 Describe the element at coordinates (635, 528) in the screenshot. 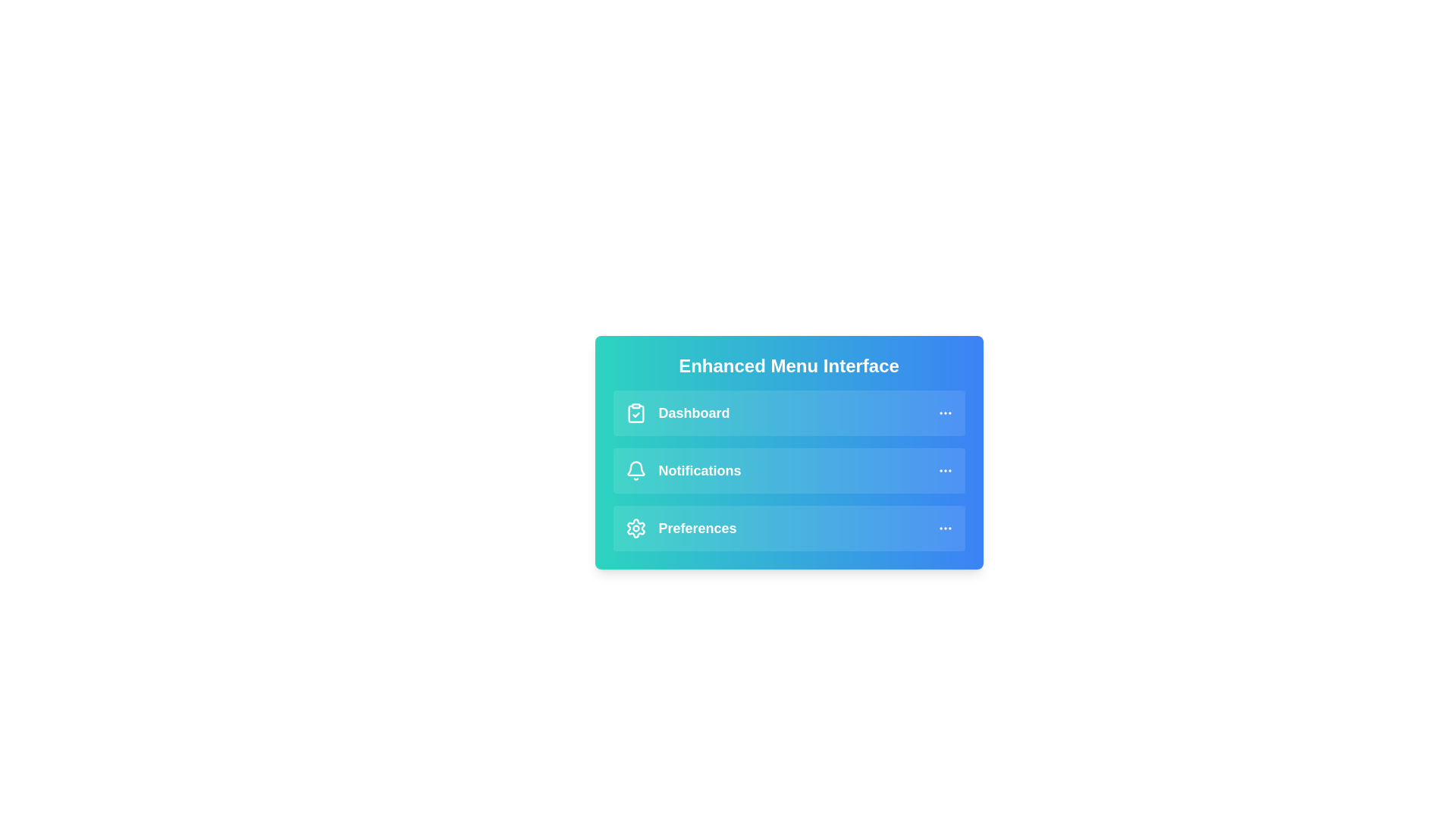

I see `the leftmost icon in the 'Preferences' row` at that location.